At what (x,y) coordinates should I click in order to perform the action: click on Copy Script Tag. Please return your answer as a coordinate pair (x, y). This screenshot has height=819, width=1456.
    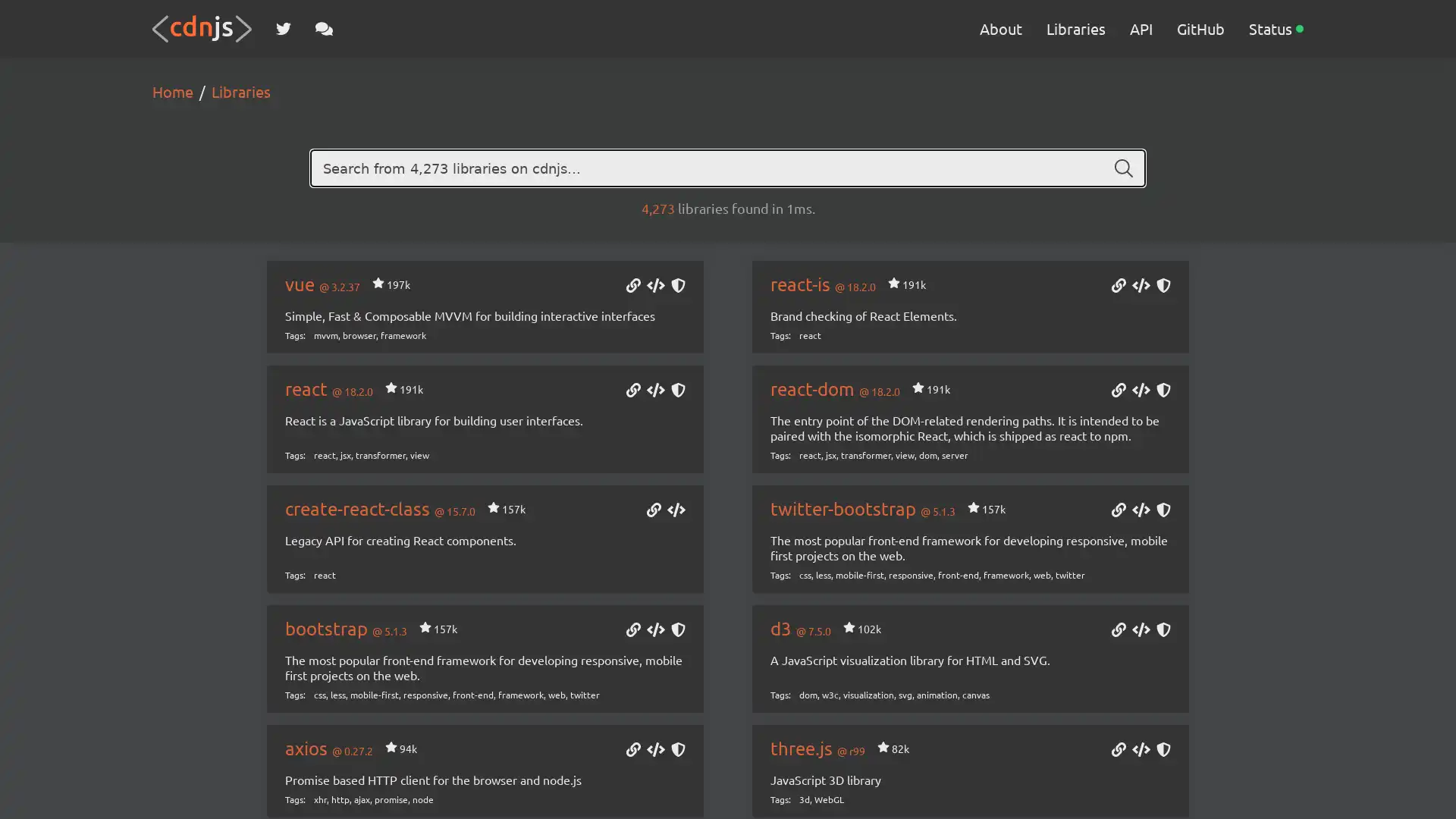
    Looking at the image, I should click on (655, 391).